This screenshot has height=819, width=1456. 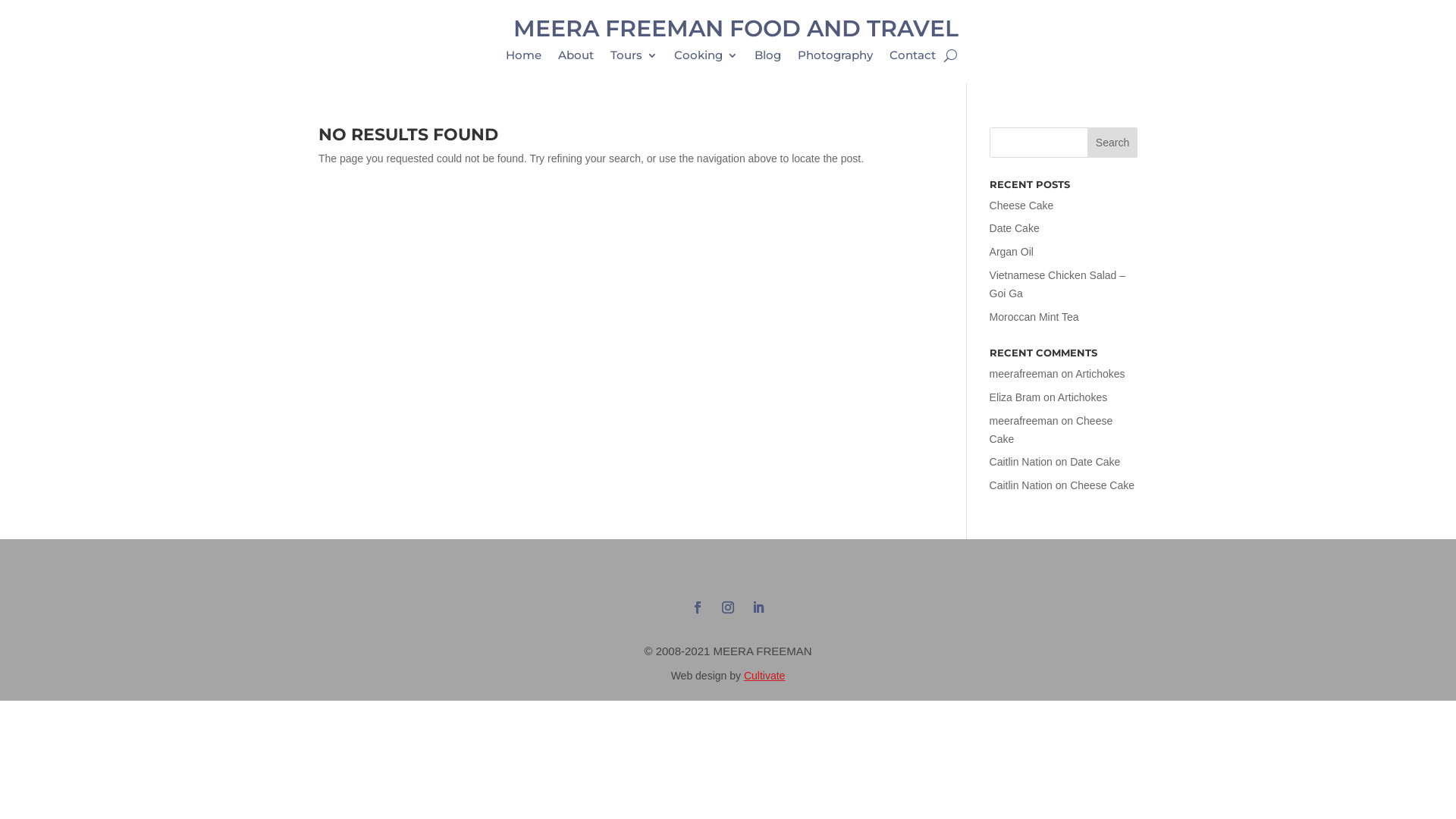 What do you see at coordinates (764, 675) in the screenshot?
I see `'Cultivate'` at bounding box center [764, 675].